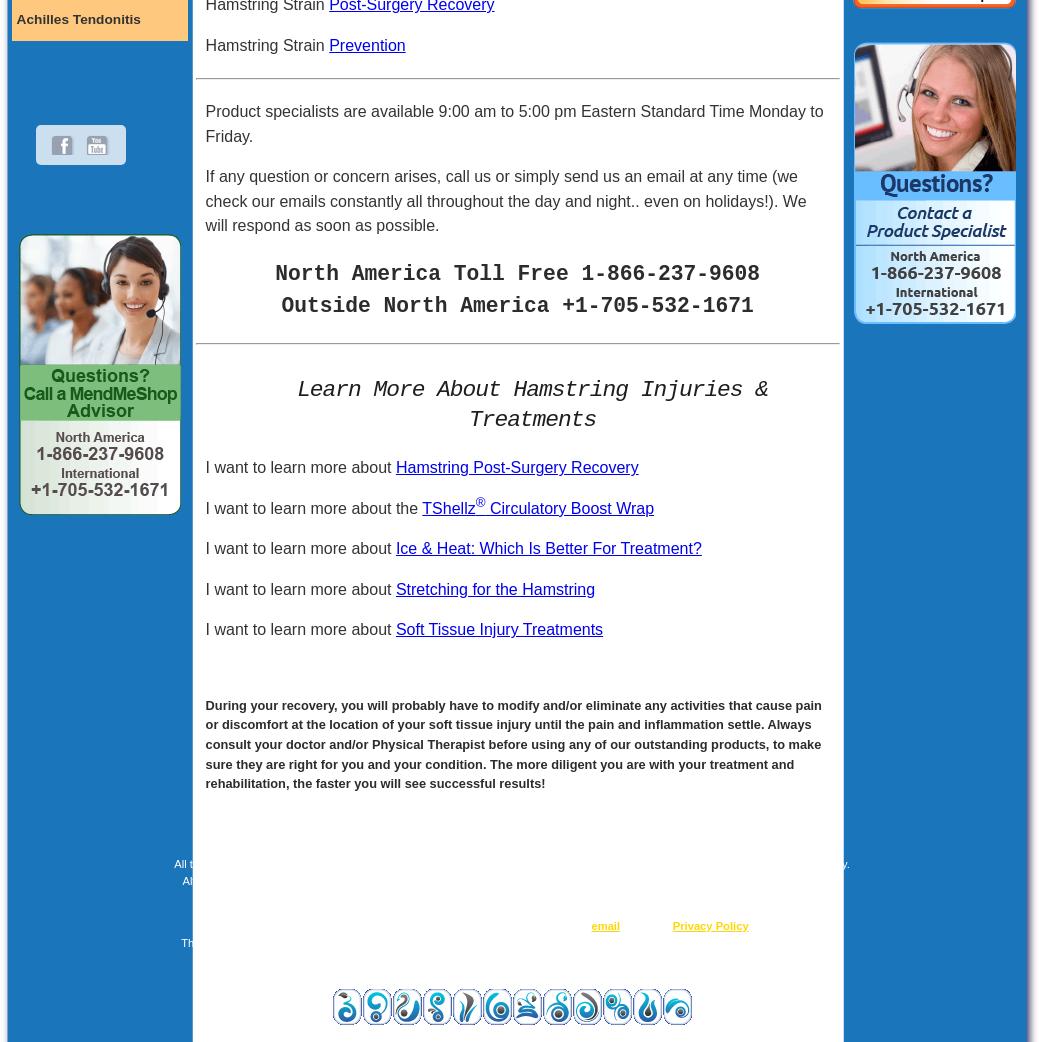 The height and width of the screenshot is (1042, 1039). What do you see at coordinates (267, 43) in the screenshot?
I see `'Hamstring Strain'` at bounding box center [267, 43].